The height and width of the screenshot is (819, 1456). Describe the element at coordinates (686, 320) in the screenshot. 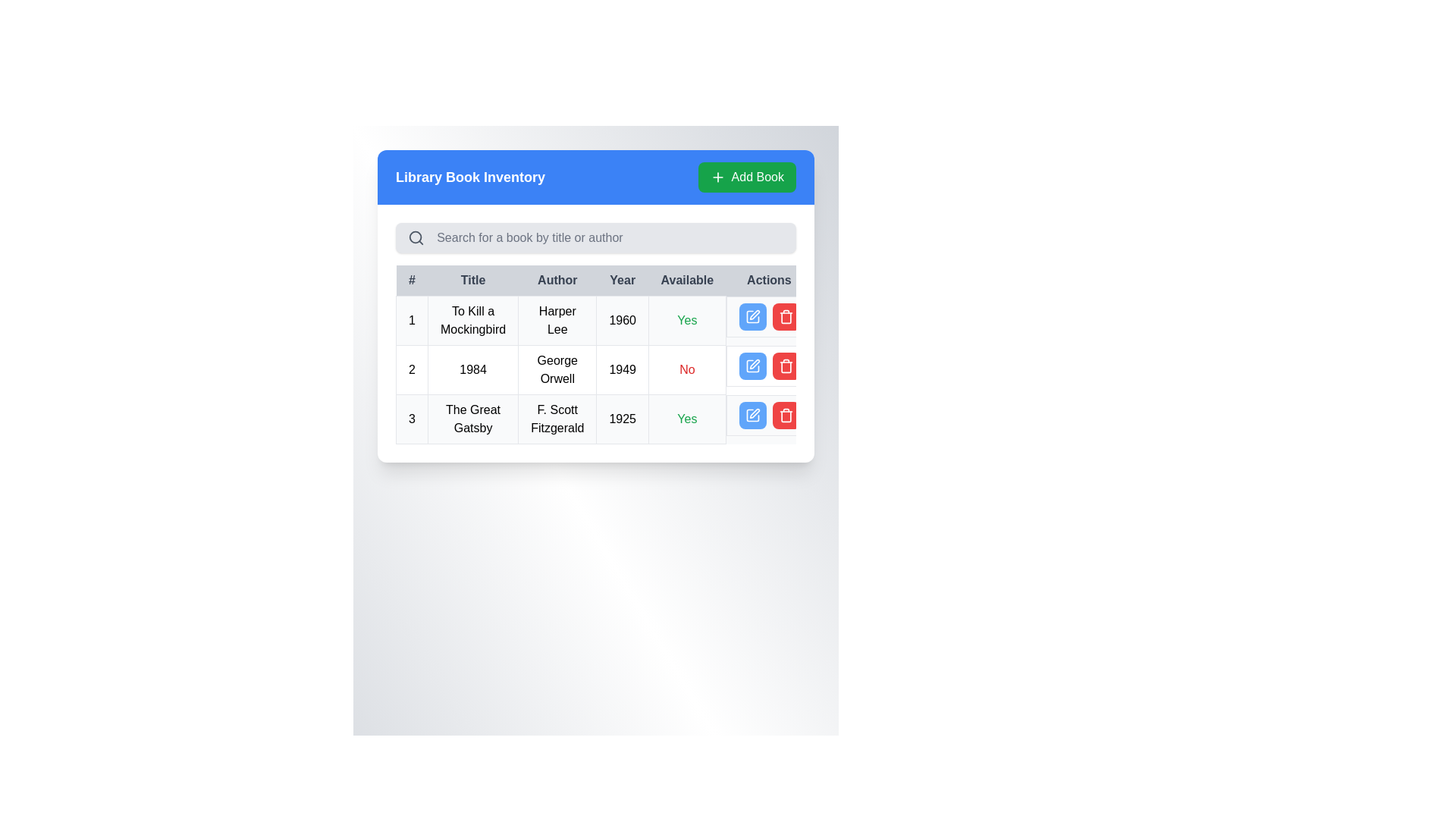

I see `the text element indicating the availability status of a book, located in the last column labeled 'Available' of the first row in the table` at that location.